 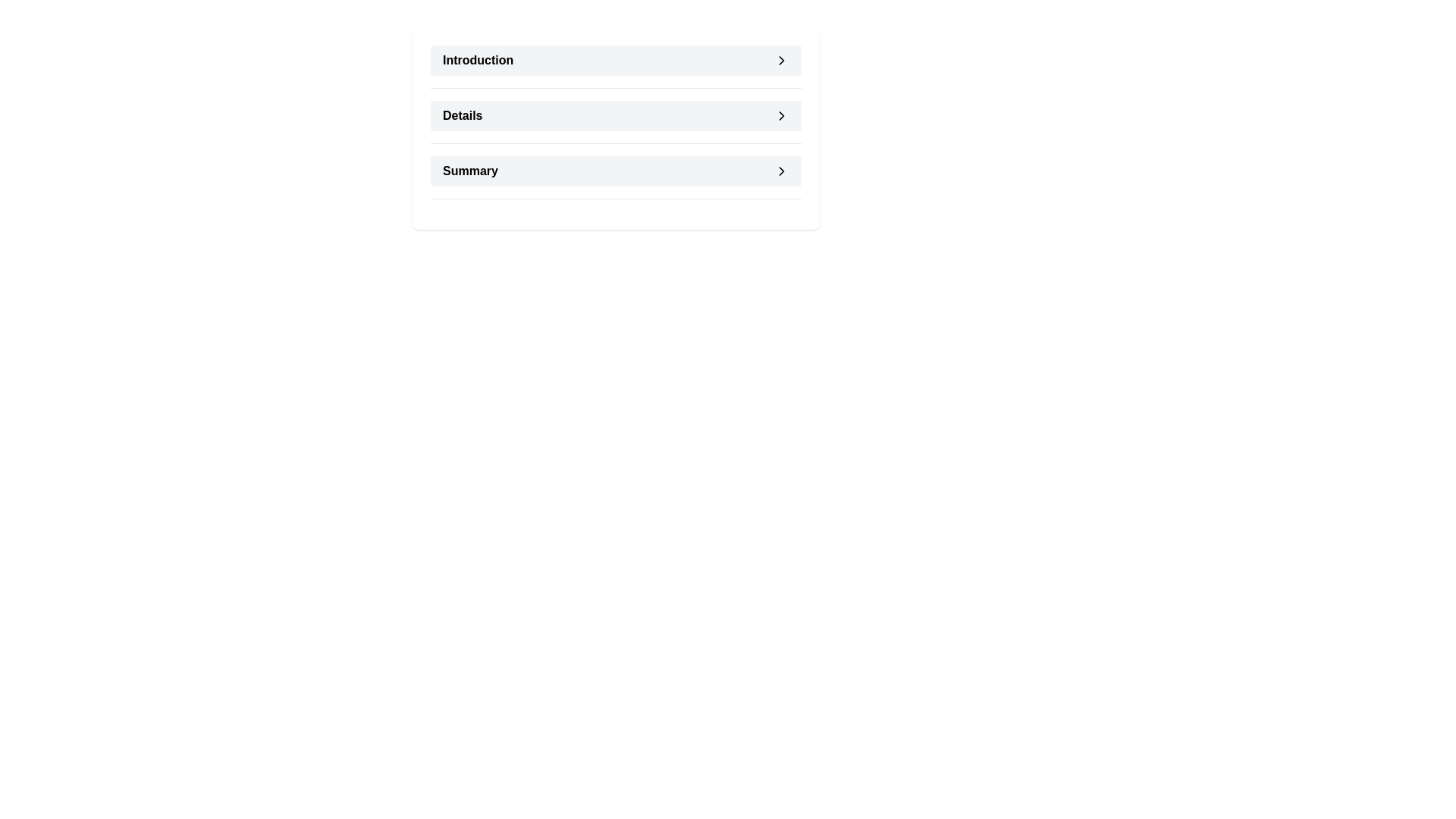 I want to click on the chevron-shaped arrow button located to the right of the text 'Introduction', so click(x=782, y=60).